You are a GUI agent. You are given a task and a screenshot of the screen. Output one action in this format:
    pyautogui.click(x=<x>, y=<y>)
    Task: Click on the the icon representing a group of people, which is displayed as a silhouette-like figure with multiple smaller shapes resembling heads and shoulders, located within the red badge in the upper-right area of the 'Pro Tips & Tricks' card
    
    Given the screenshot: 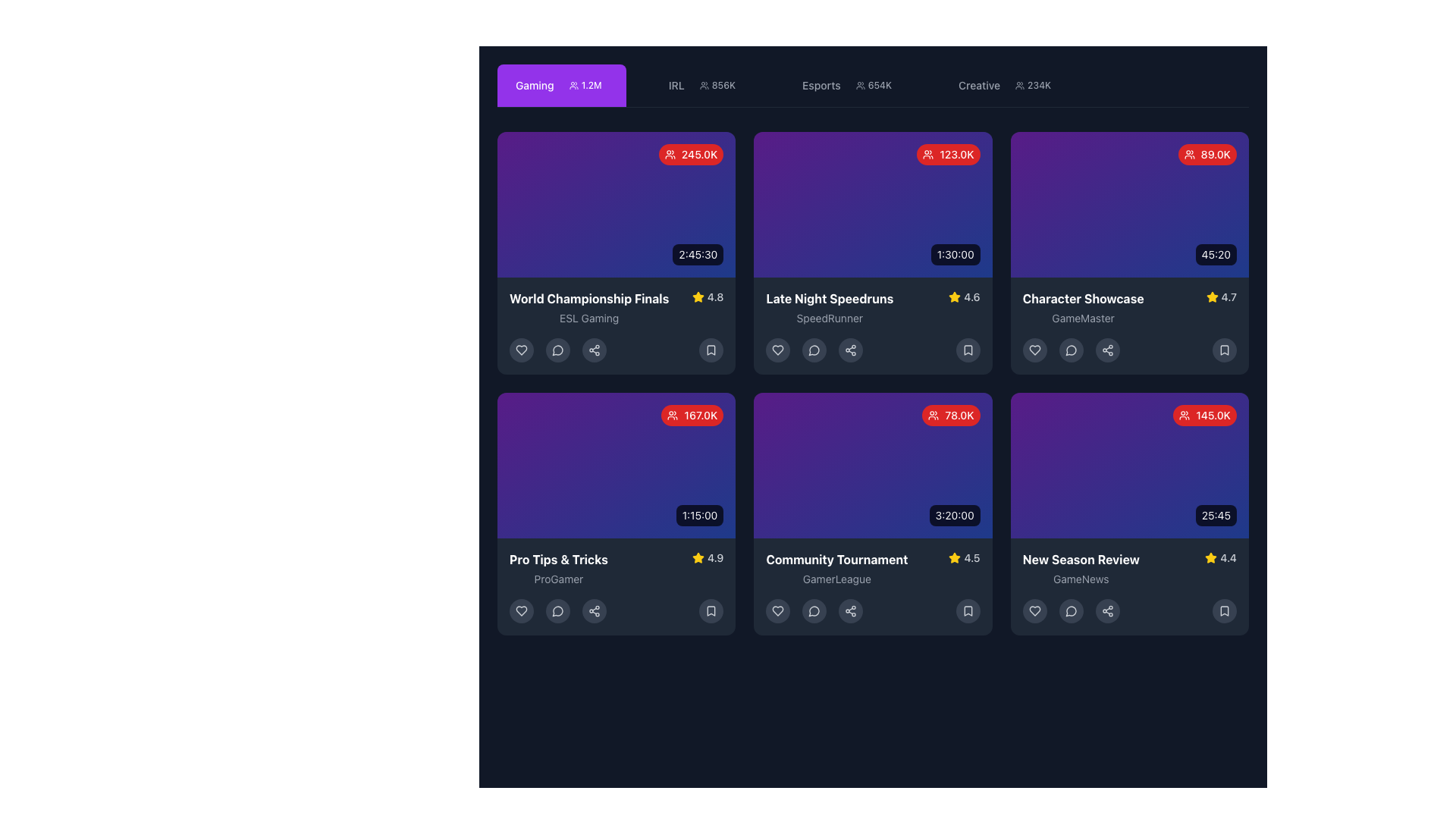 What is the action you would take?
    pyautogui.click(x=672, y=415)
    